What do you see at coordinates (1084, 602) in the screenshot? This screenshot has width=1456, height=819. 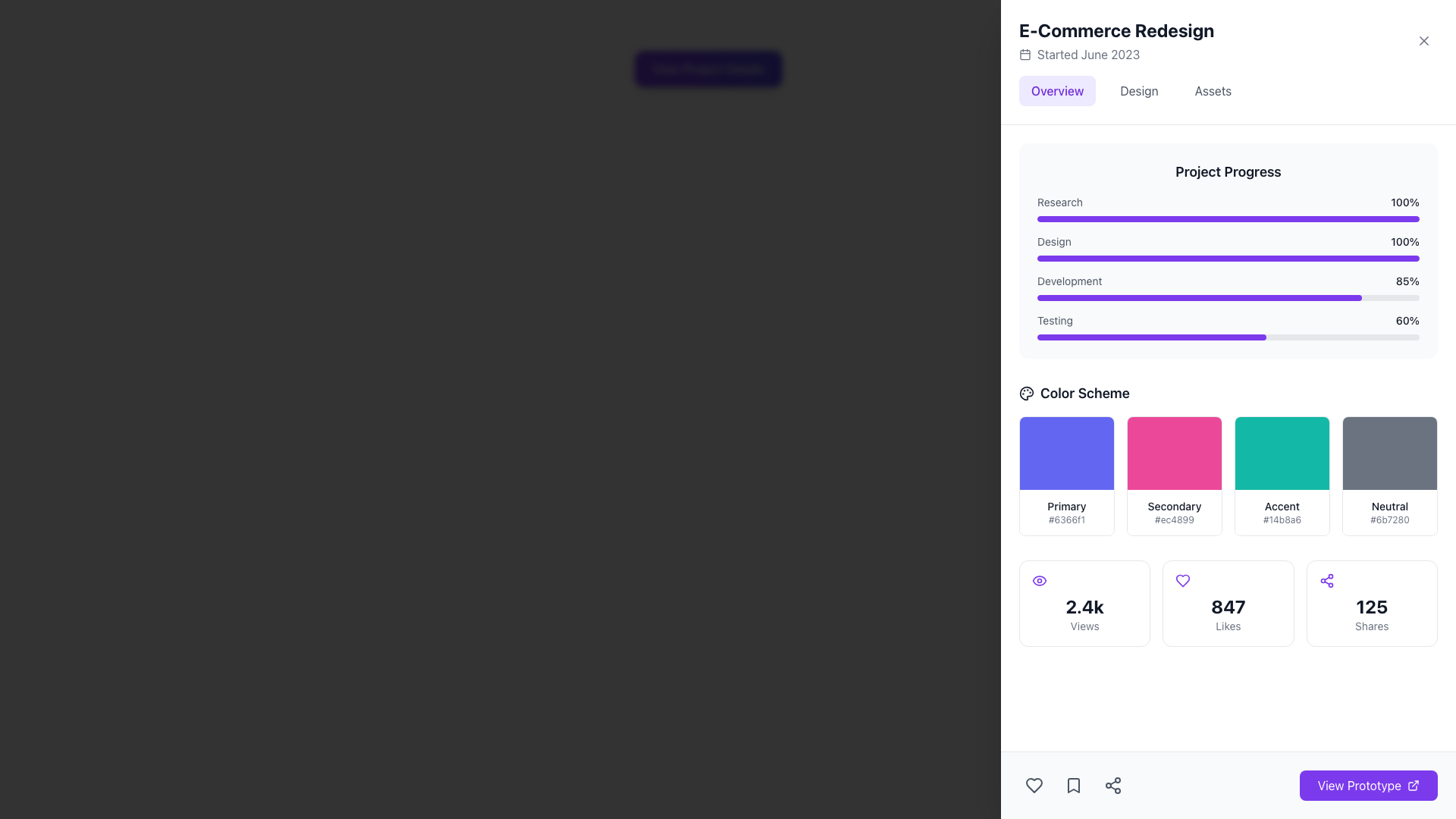 I see `the Counter display element that shows the numerical count of views, located in the first column of a grid layout, below the 'Color Scheme' header` at bounding box center [1084, 602].